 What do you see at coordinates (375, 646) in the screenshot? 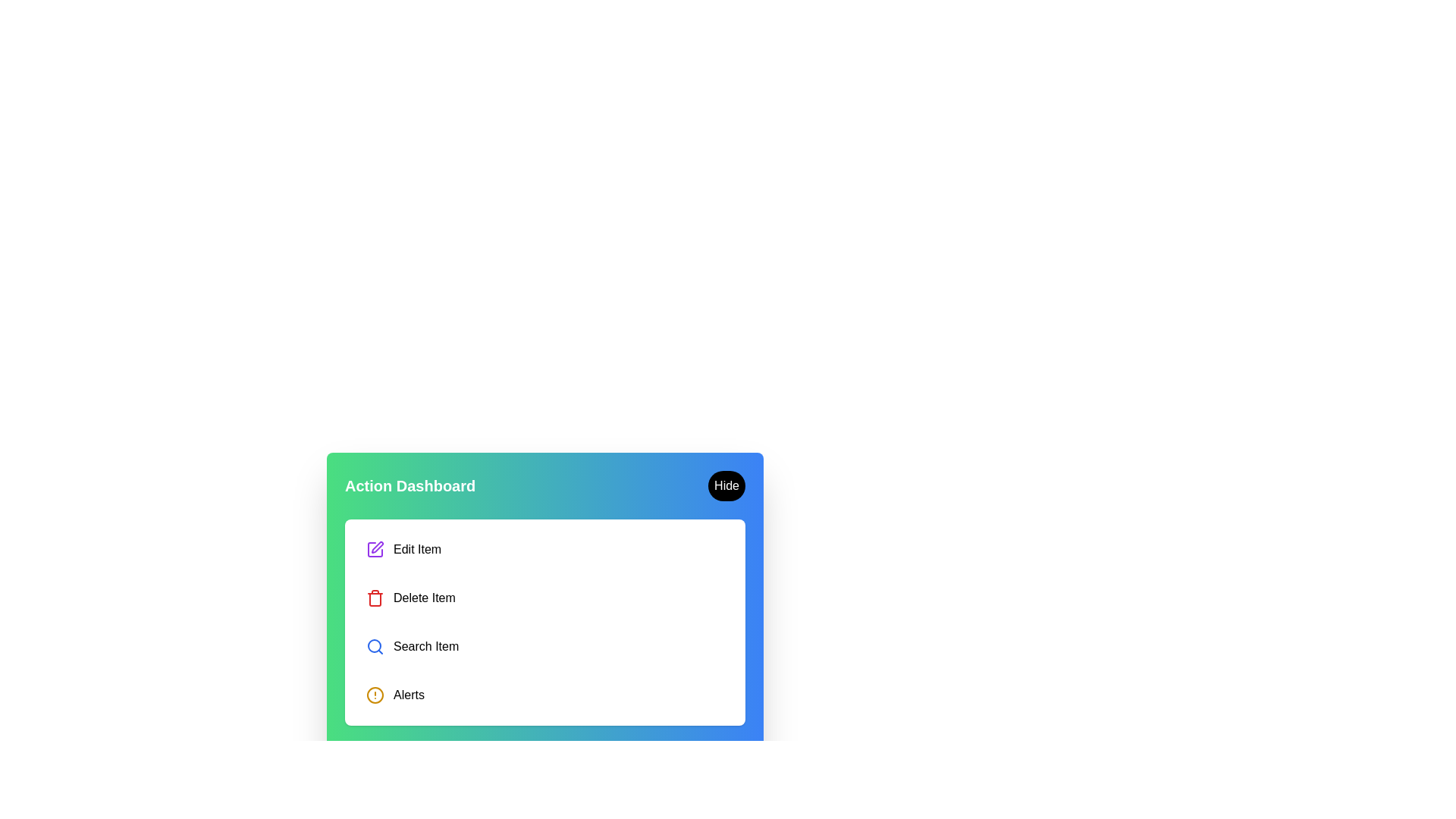
I see `the 'Search Item' icon, which is the first visual item in its row within the Action Dashboard interface` at bounding box center [375, 646].